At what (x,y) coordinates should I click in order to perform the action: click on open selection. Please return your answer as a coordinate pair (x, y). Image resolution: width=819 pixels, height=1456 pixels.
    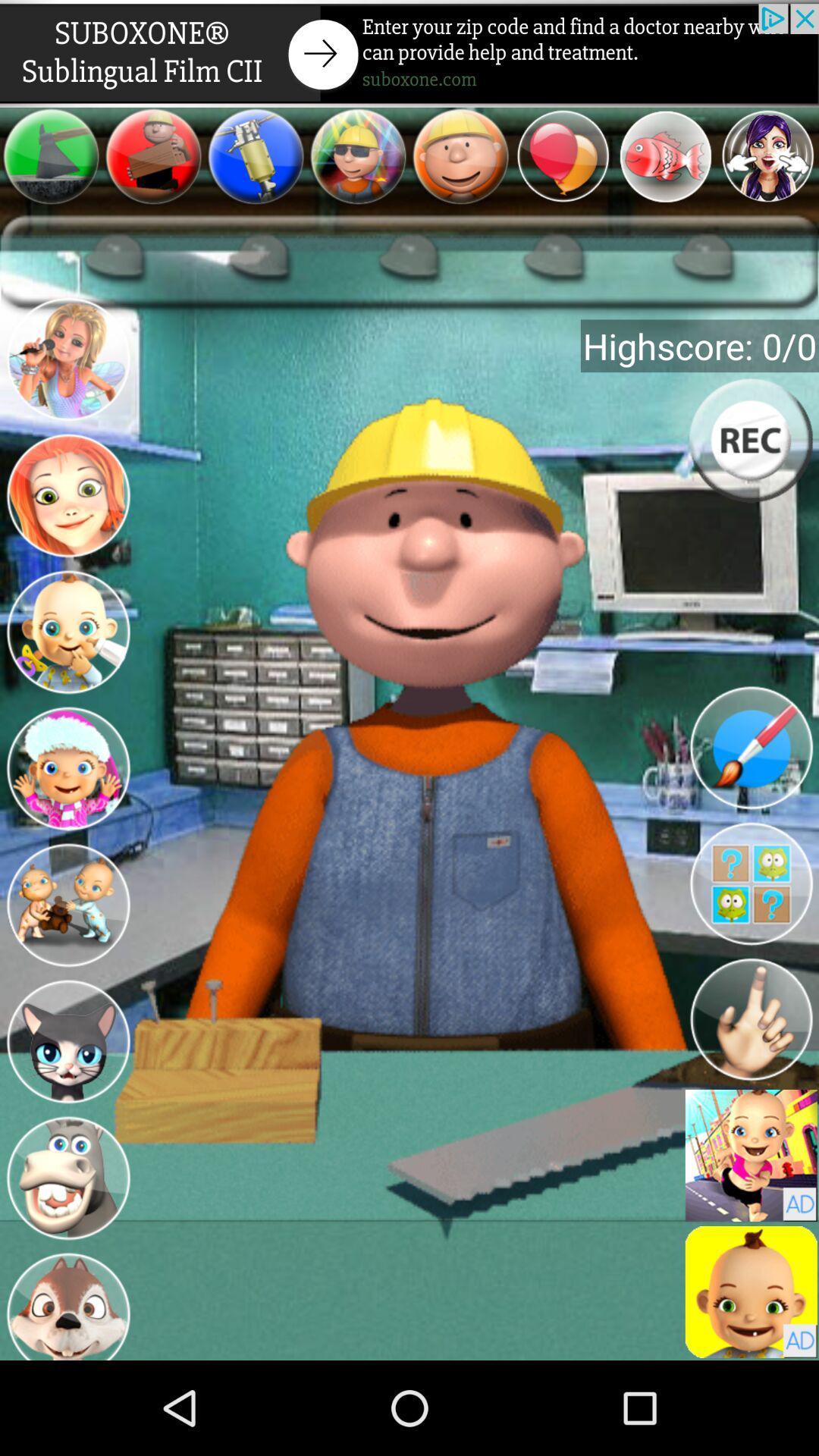
    Looking at the image, I should click on (664, 156).